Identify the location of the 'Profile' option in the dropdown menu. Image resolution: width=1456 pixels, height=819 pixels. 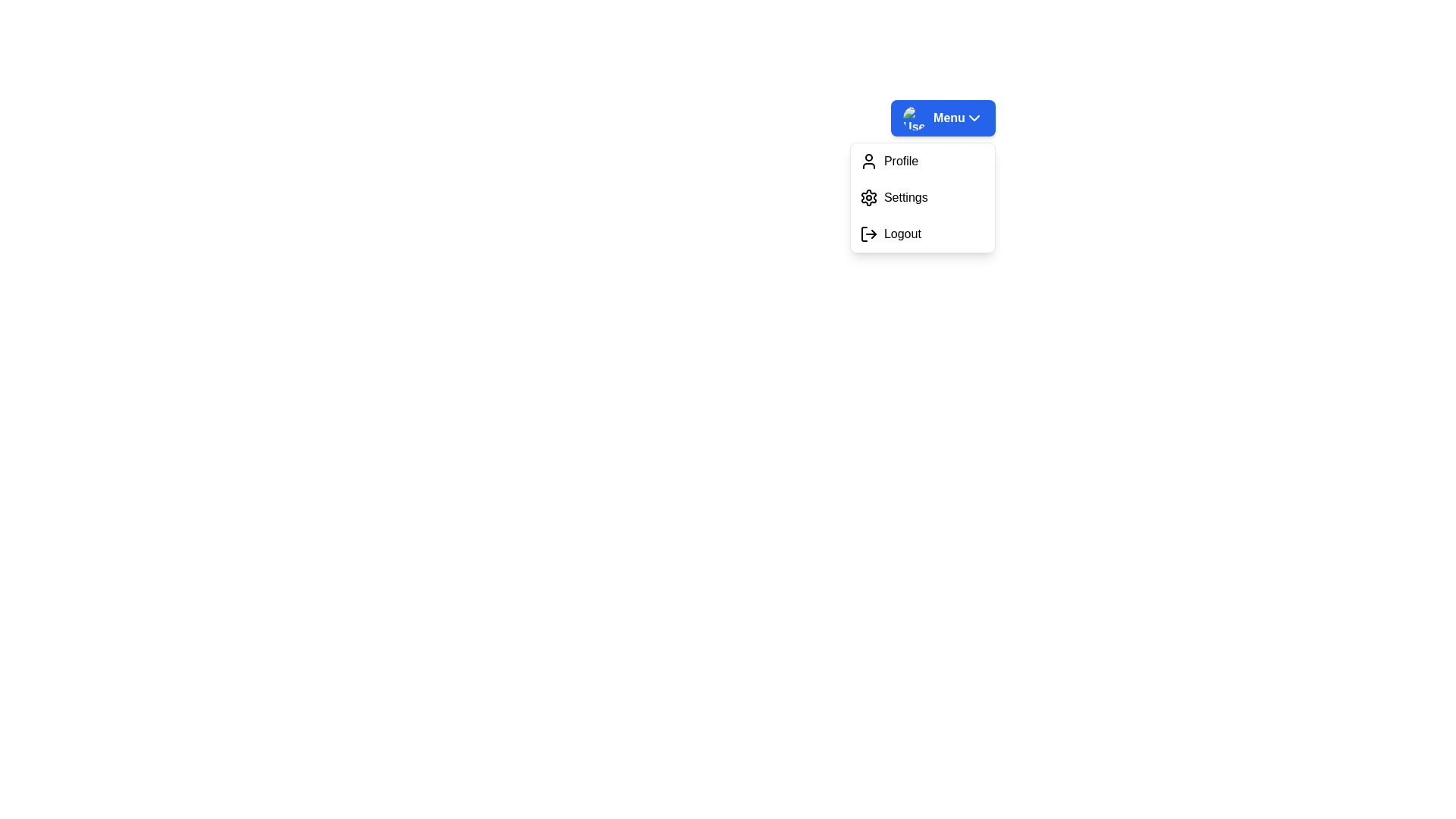
(921, 161).